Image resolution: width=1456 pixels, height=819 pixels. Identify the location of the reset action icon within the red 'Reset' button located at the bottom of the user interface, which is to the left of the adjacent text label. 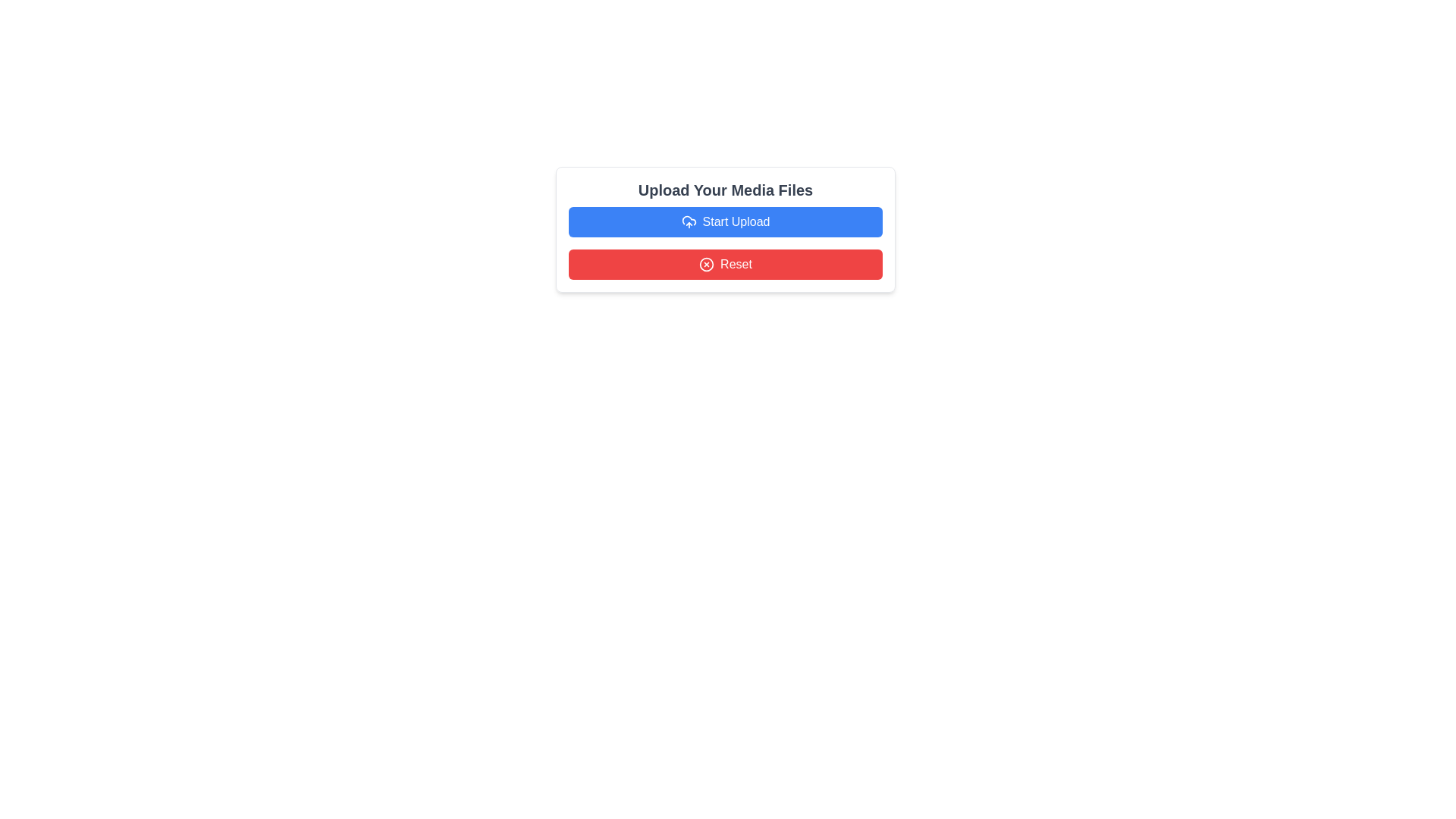
(706, 263).